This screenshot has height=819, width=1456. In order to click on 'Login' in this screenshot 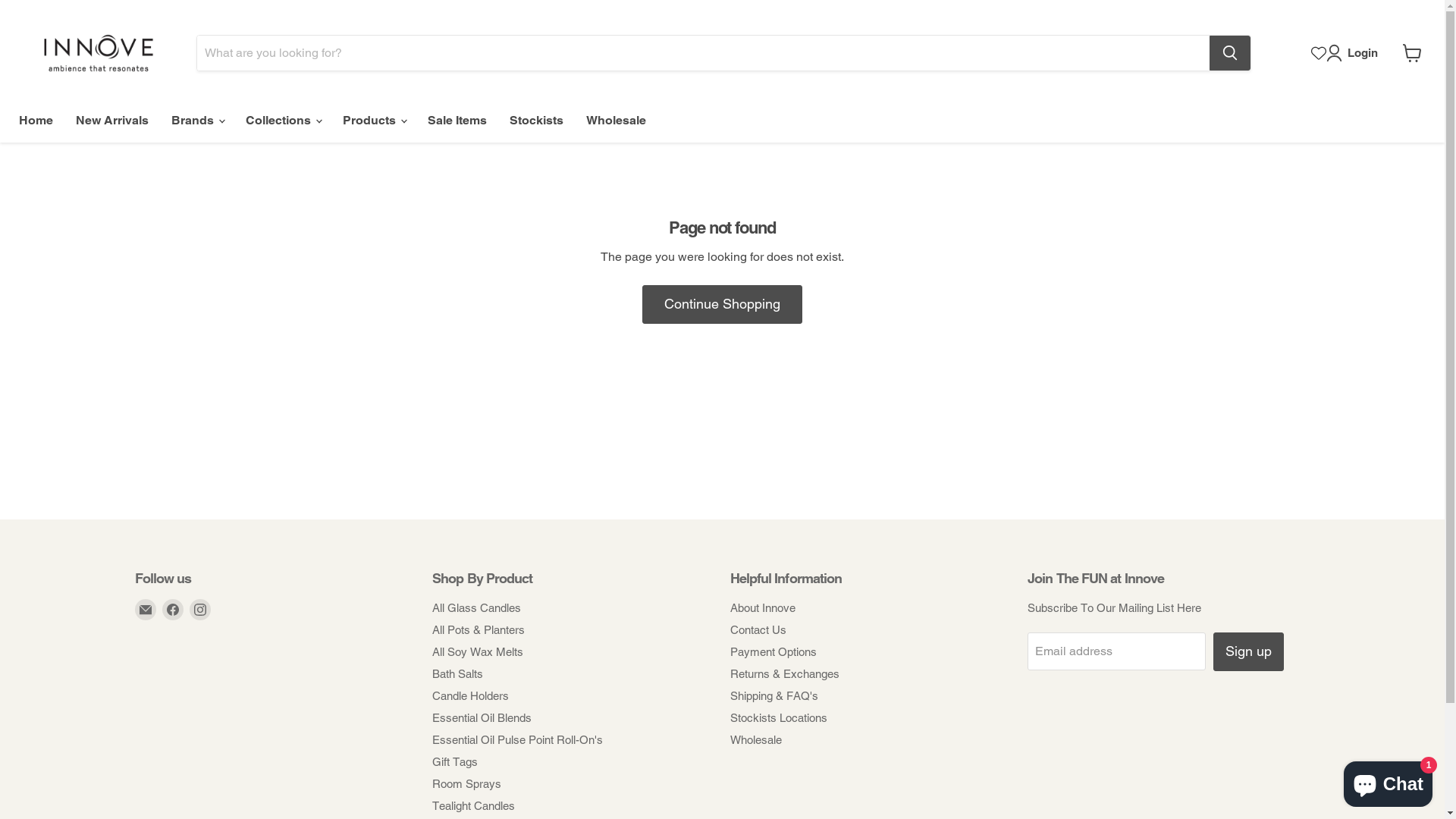, I will do `click(1354, 52)`.